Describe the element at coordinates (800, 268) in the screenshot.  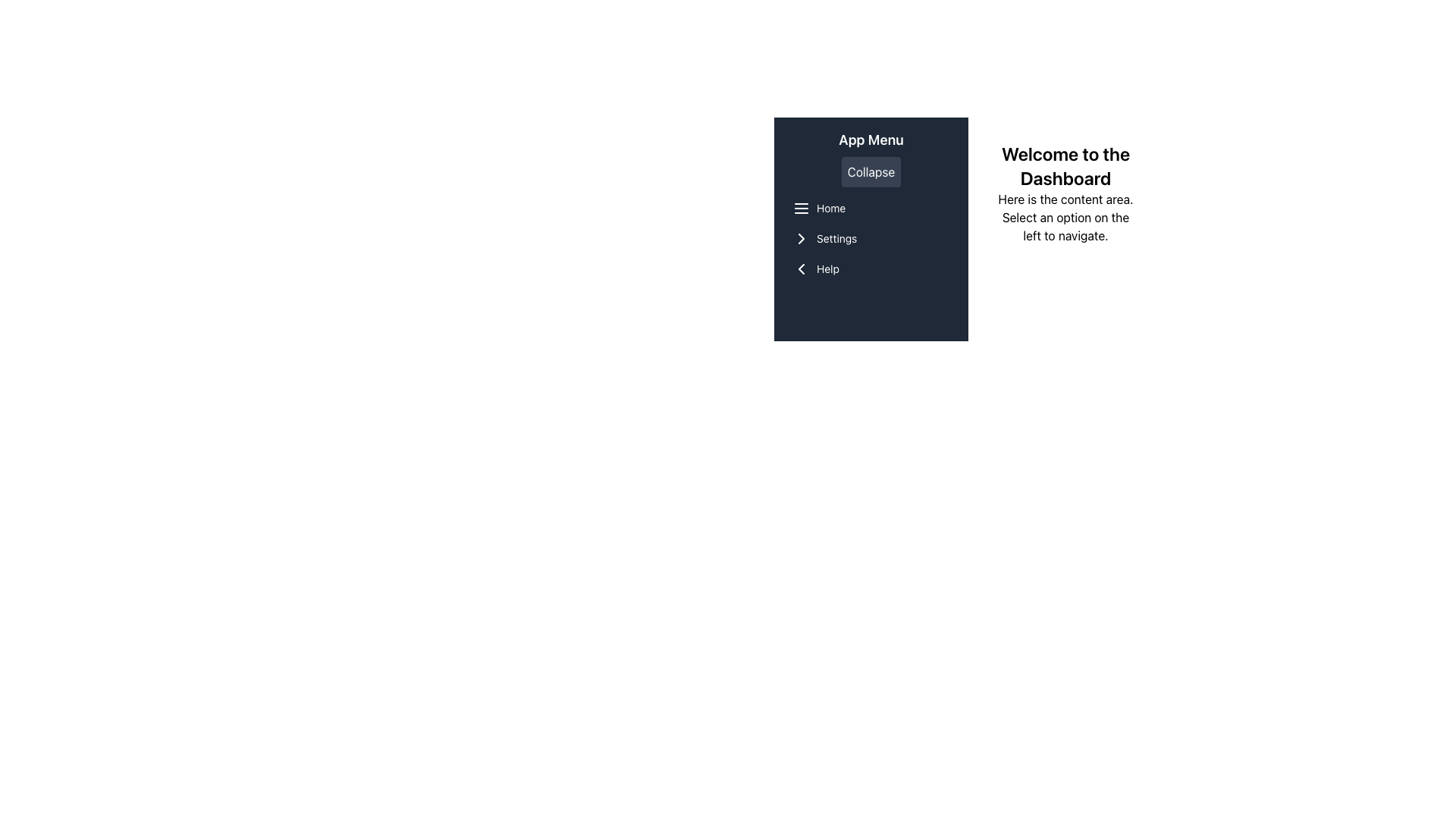
I see `the left-pointing chevron icon in the sidebar navigation menu to interact with the navigation functionality` at that location.